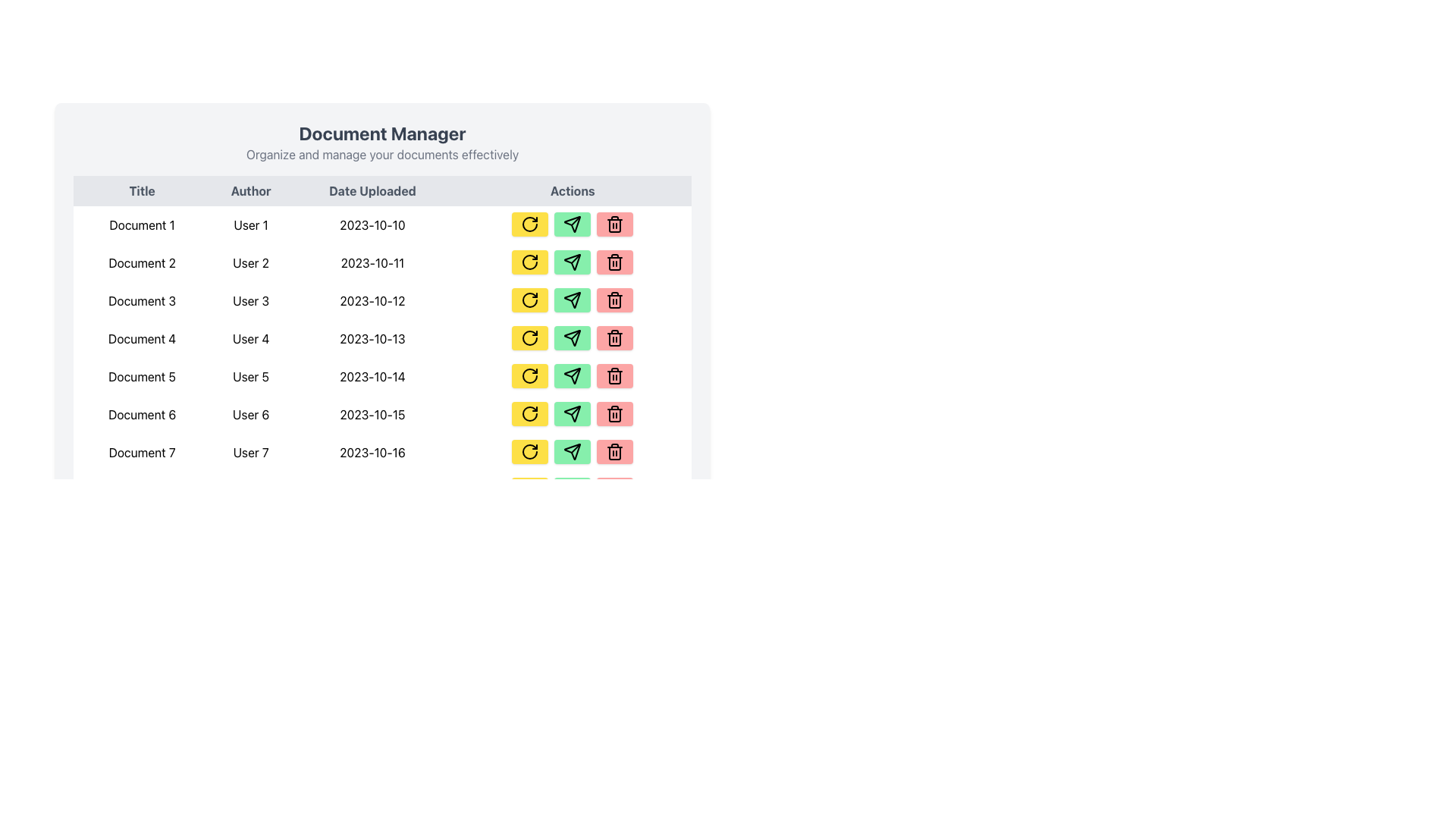  I want to click on the circular arrow icon with a yellow background located in the third row of the 'Actions' column of the table, representing a 'rotate' or 'refresh' action, so click(530, 300).